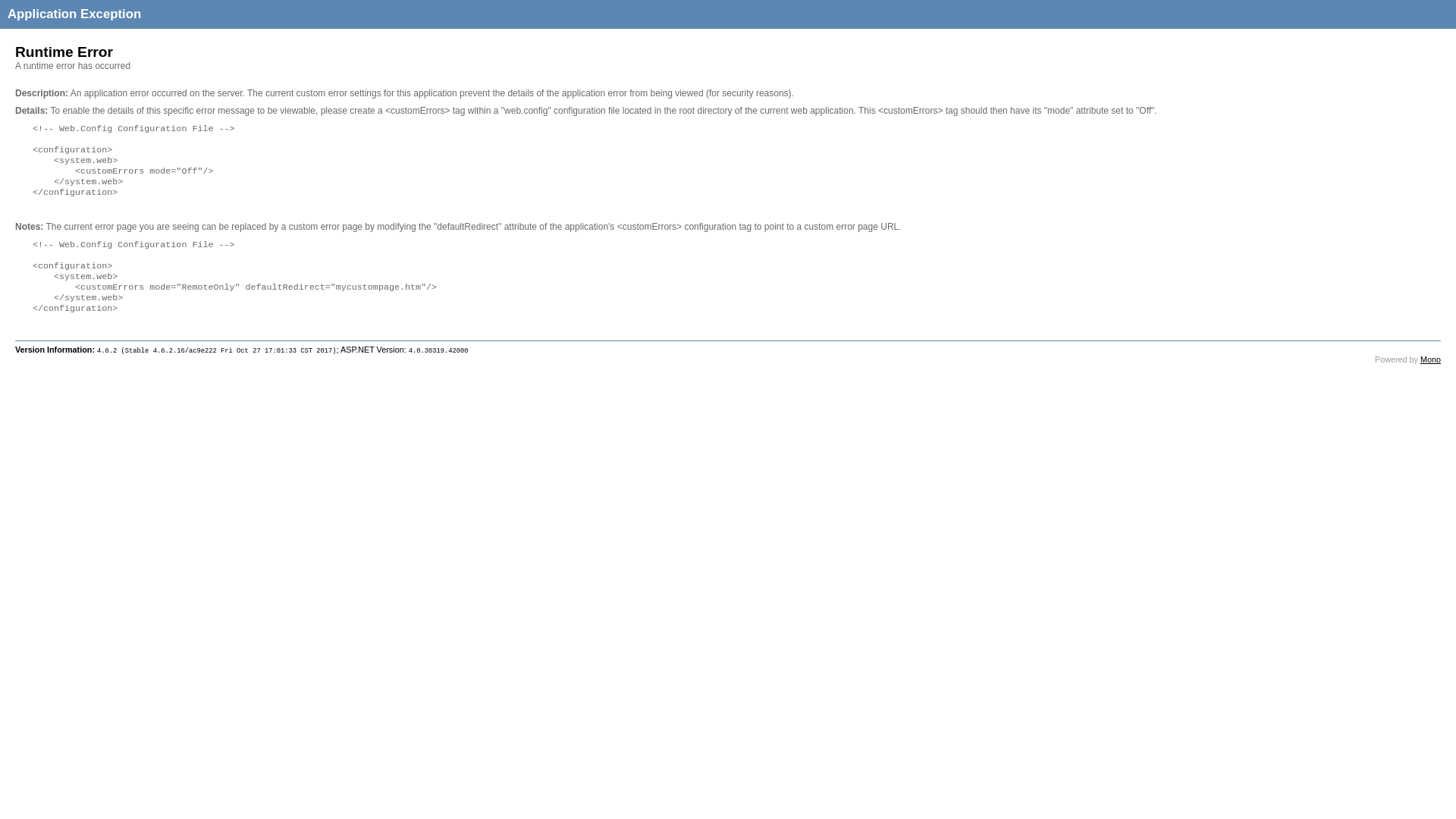  I want to click on 'Mono', so click(1419, 359).